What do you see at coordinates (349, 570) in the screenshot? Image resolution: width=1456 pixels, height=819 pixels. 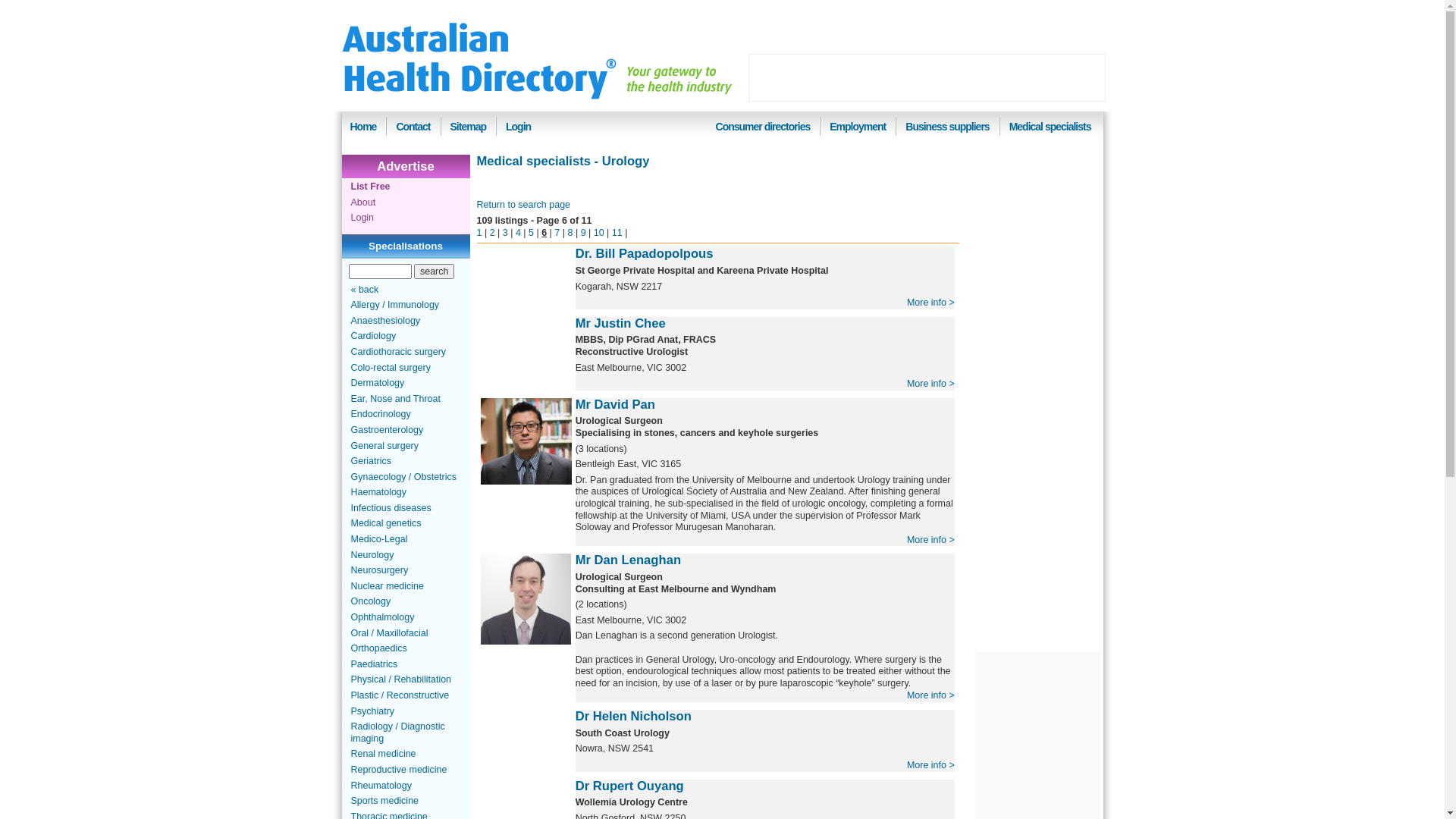 I see `'Neurosurgery'` at bounding box center [349, 570].